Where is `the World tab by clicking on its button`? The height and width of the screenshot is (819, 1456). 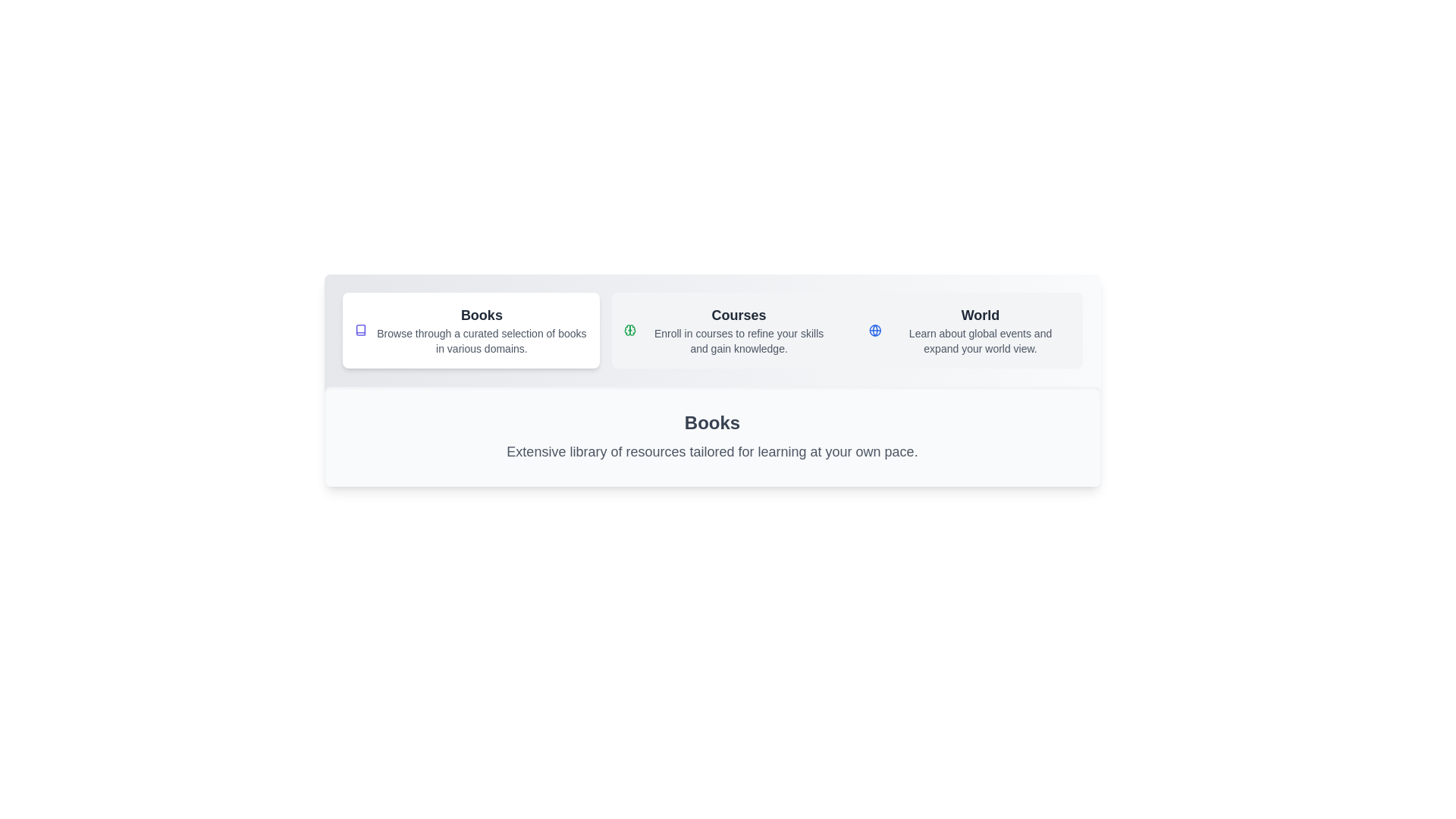
the World tab by clicking on its button is located at coordinates (968, 329).